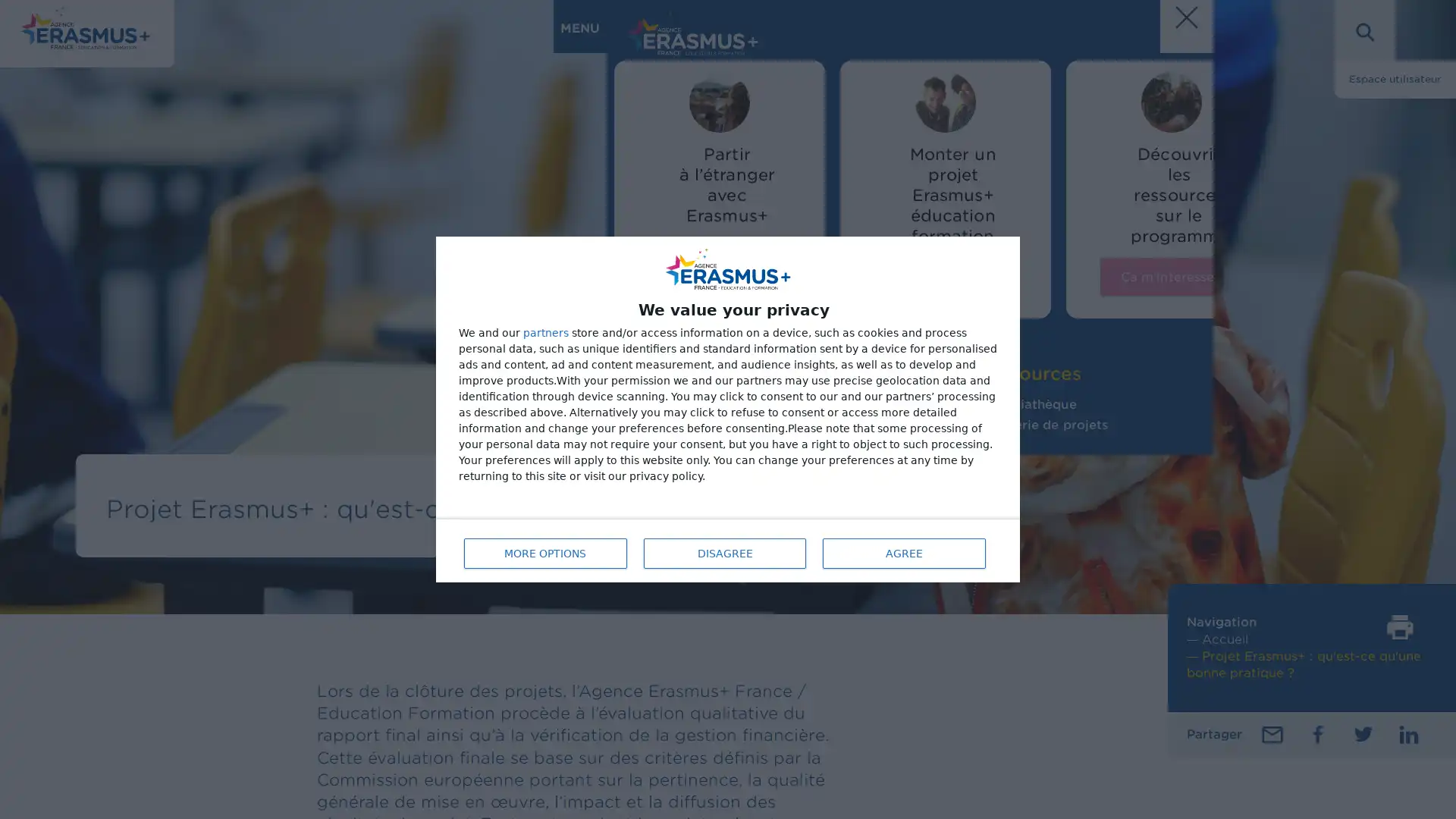 The height and width of the screenshot is (819, 1456). Describe the element at coordinates (542, 550) in the screenshot. I see `MORE OPTIONS` at that location.